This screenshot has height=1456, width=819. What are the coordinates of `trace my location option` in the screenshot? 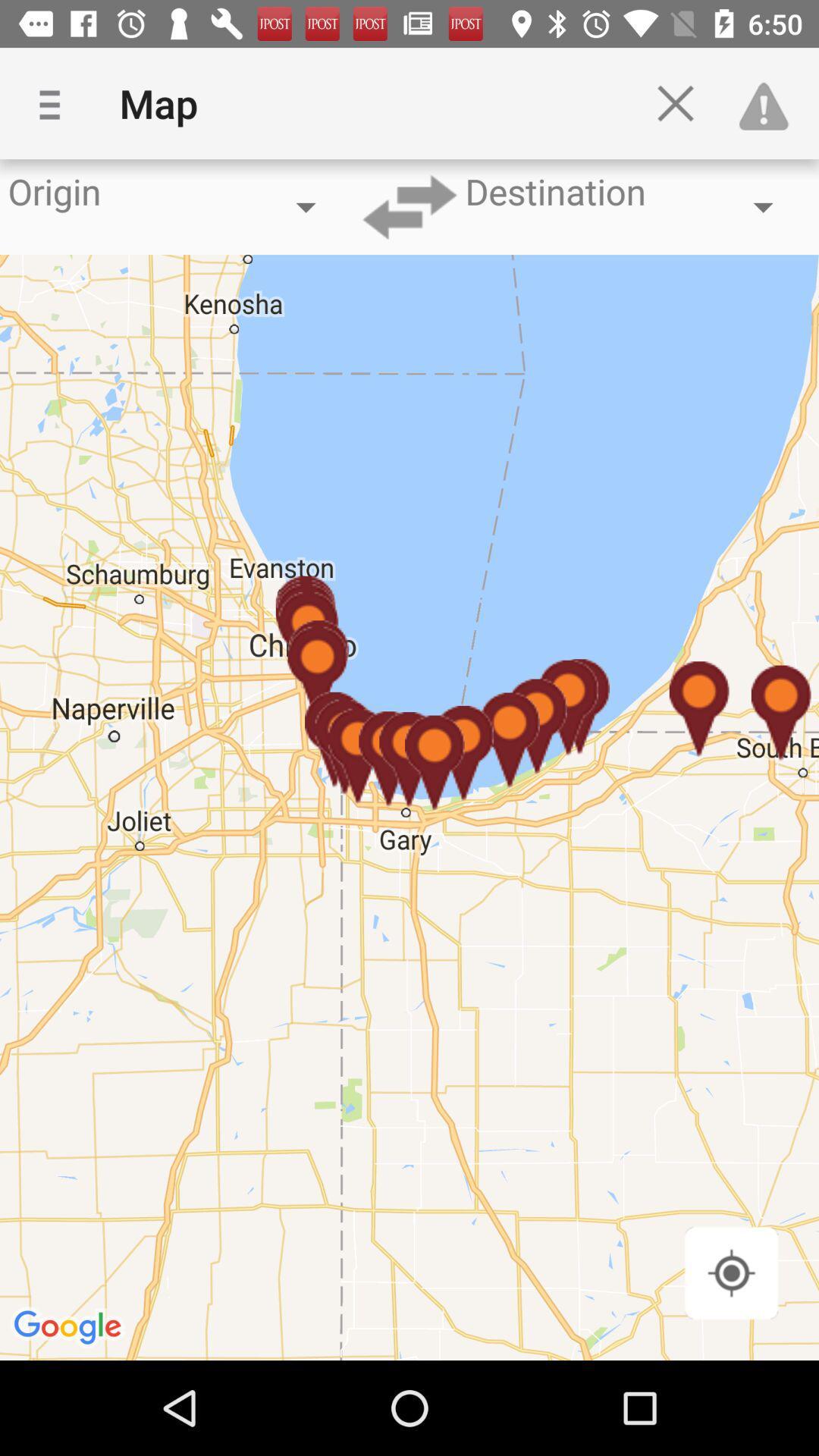 It's located at (730, 1272).